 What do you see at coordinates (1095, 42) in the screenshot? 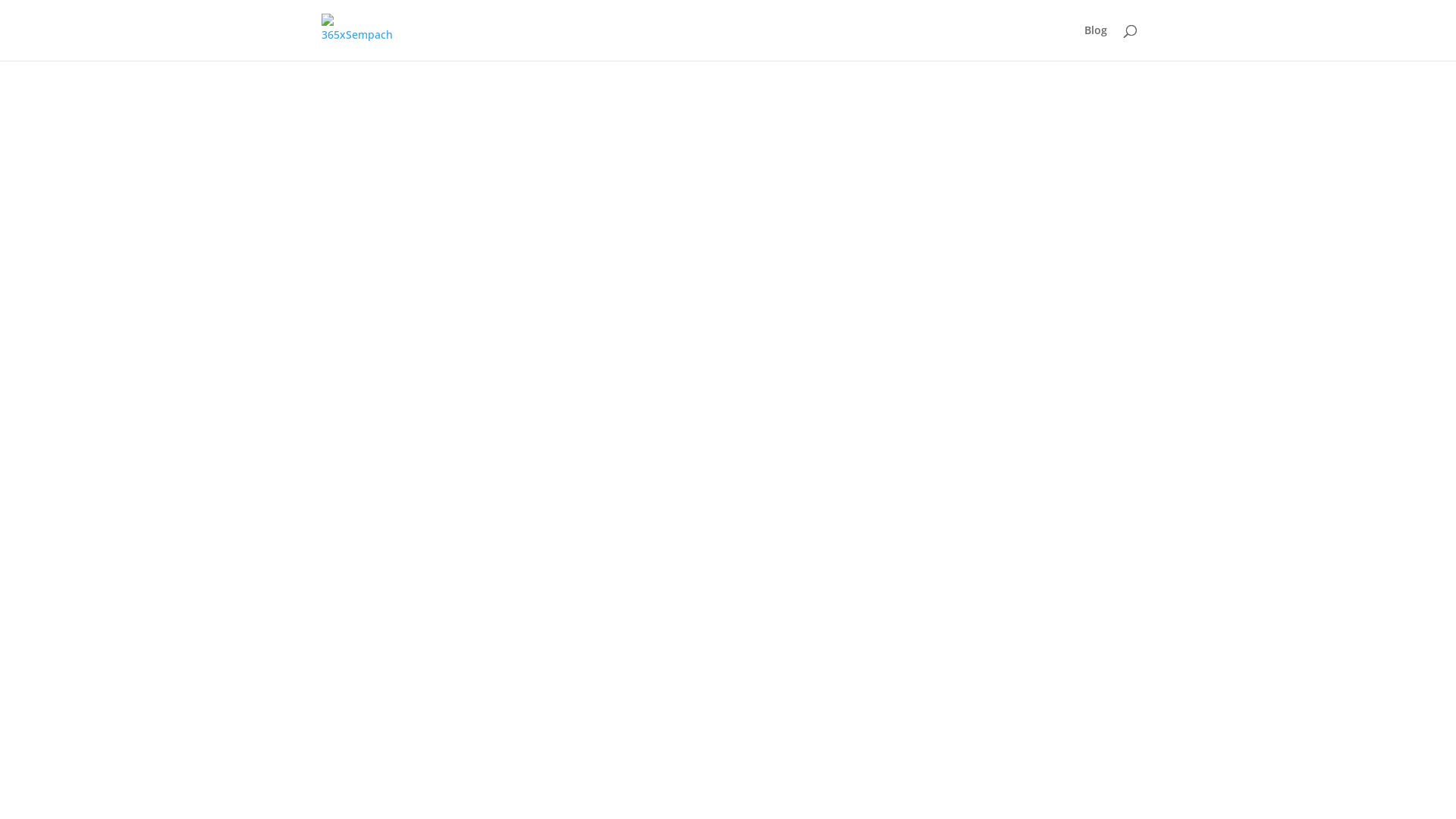
I see `'Blog'` at bounding box center [1095, 42].